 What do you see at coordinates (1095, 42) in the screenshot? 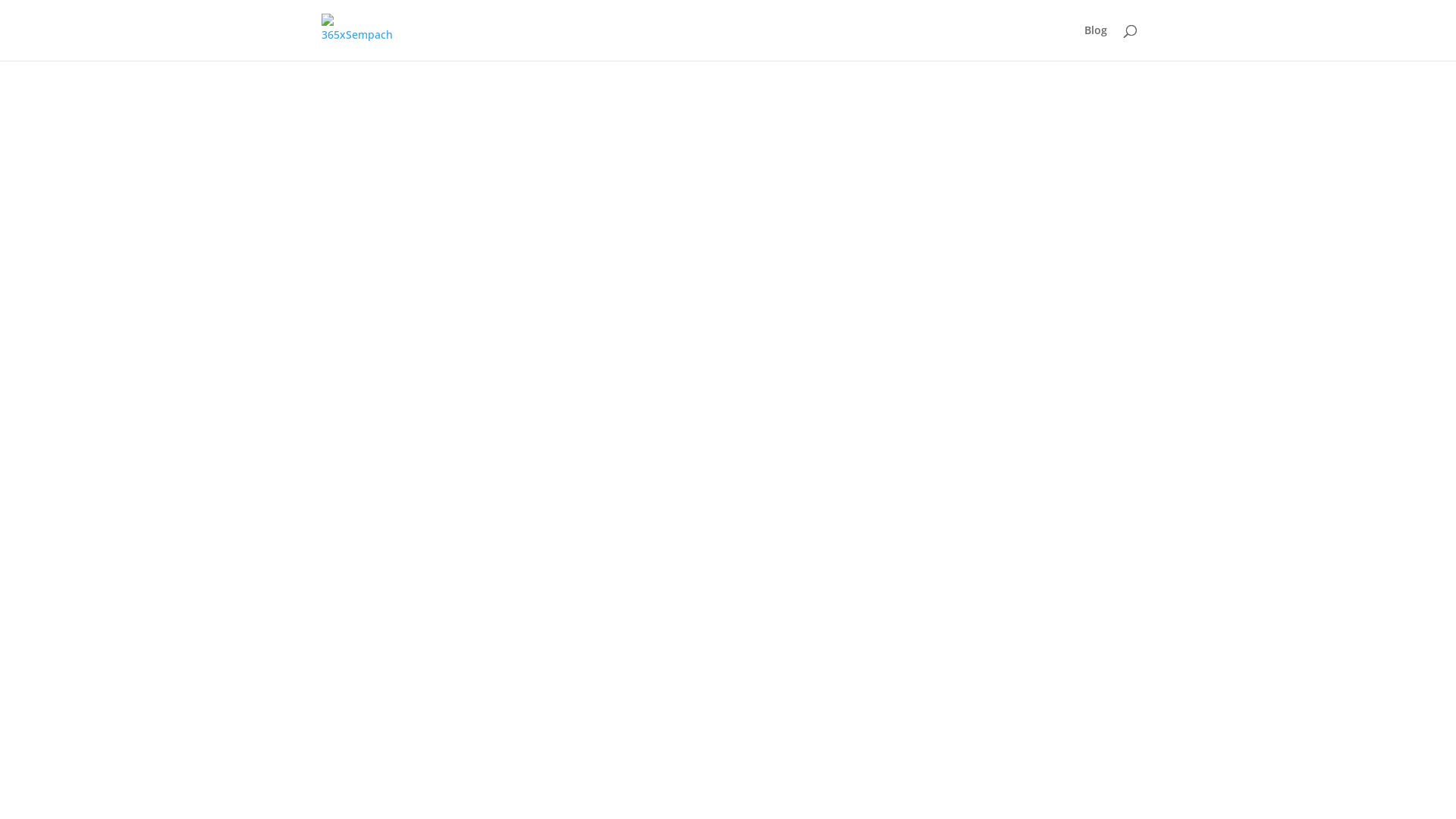
I see `'Blog'` at bounding box center [1095, 42].